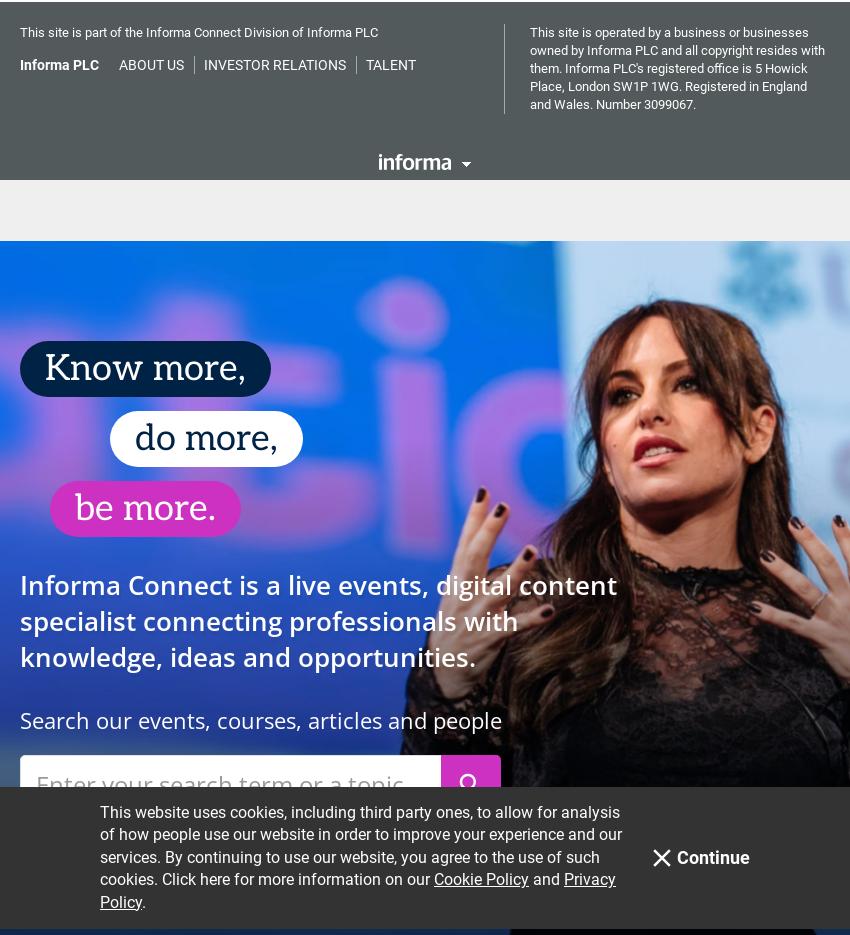  What do you see at coordinates (232, 818) in the screenshot?
I see `'arrow_downward'` at bounding box center [232, 818].